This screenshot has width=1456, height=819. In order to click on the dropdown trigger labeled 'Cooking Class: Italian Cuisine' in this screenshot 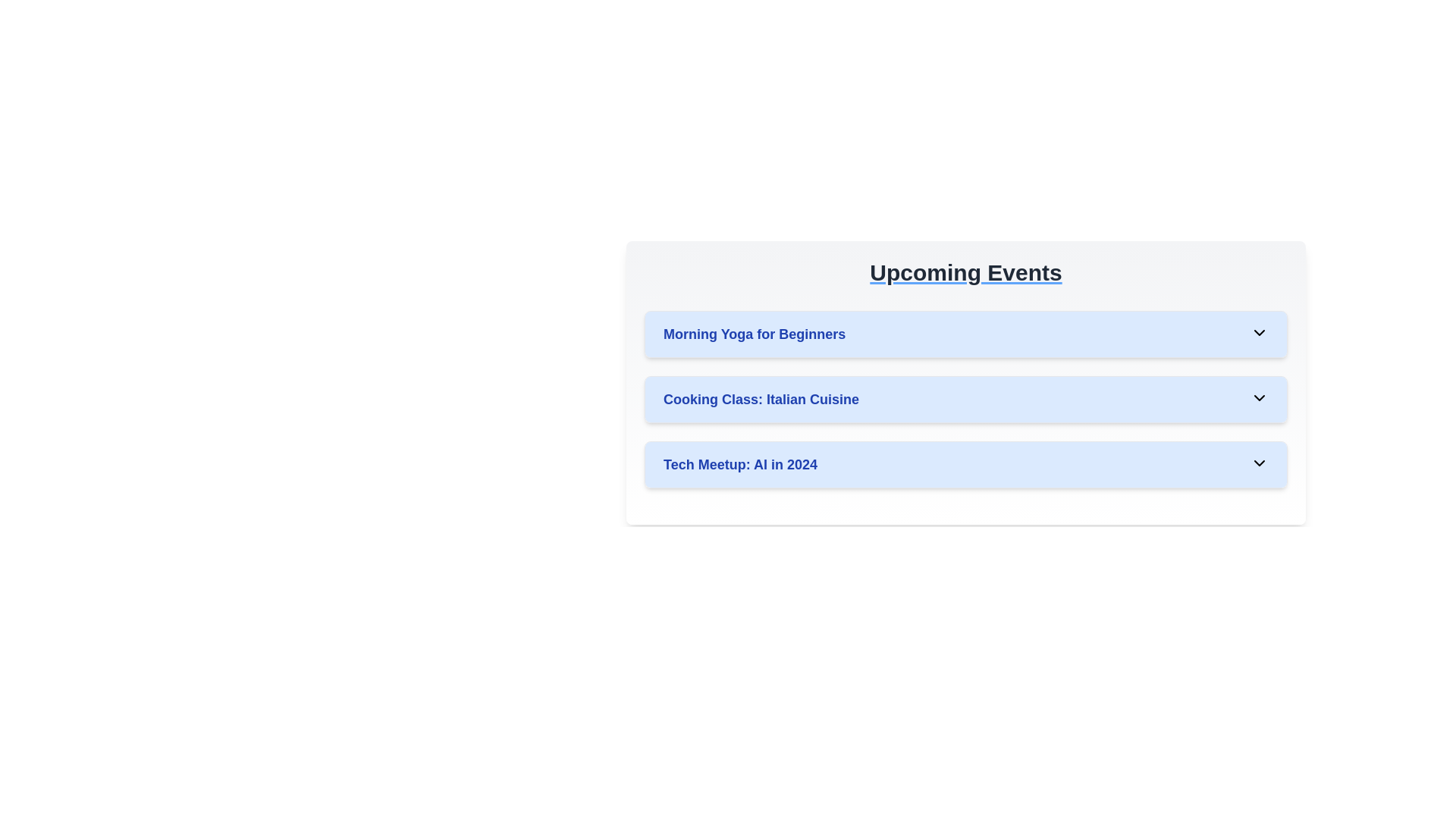, I will do `click(965, 399)`.